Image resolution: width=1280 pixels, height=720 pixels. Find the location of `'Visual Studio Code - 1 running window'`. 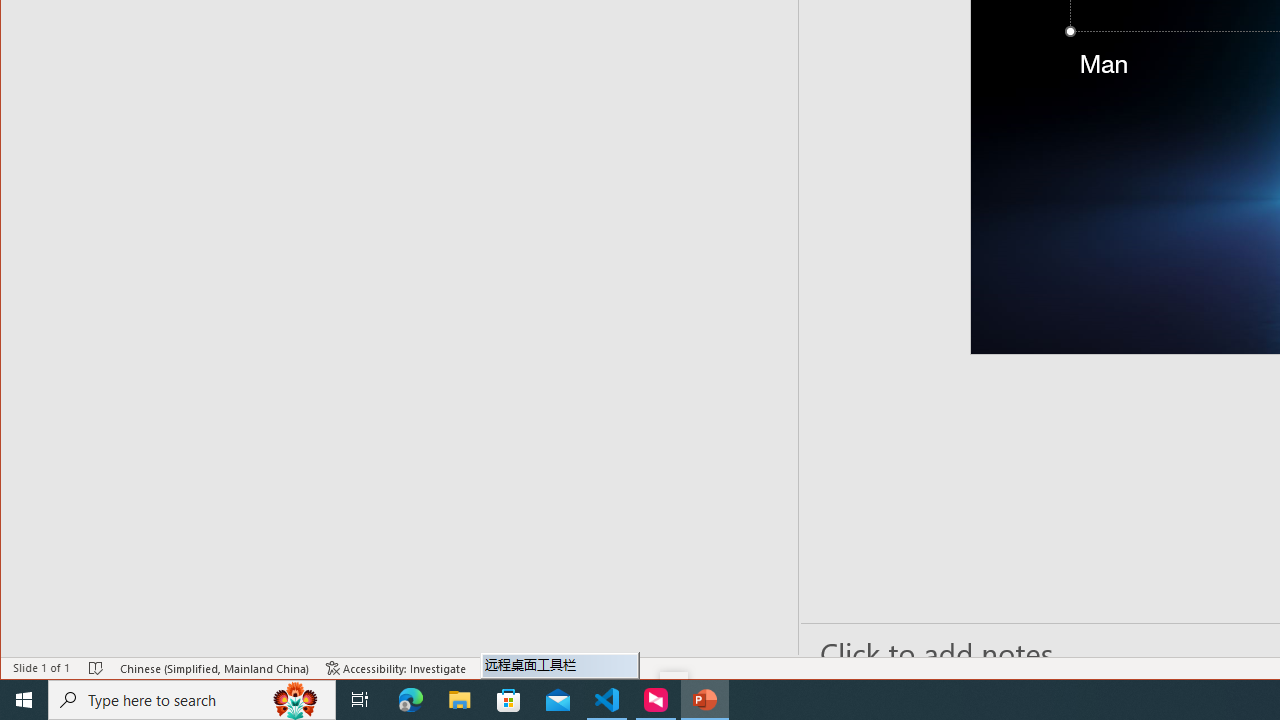

'Visual Studio Code - 1 running window' is located at coordinates (606, 698).